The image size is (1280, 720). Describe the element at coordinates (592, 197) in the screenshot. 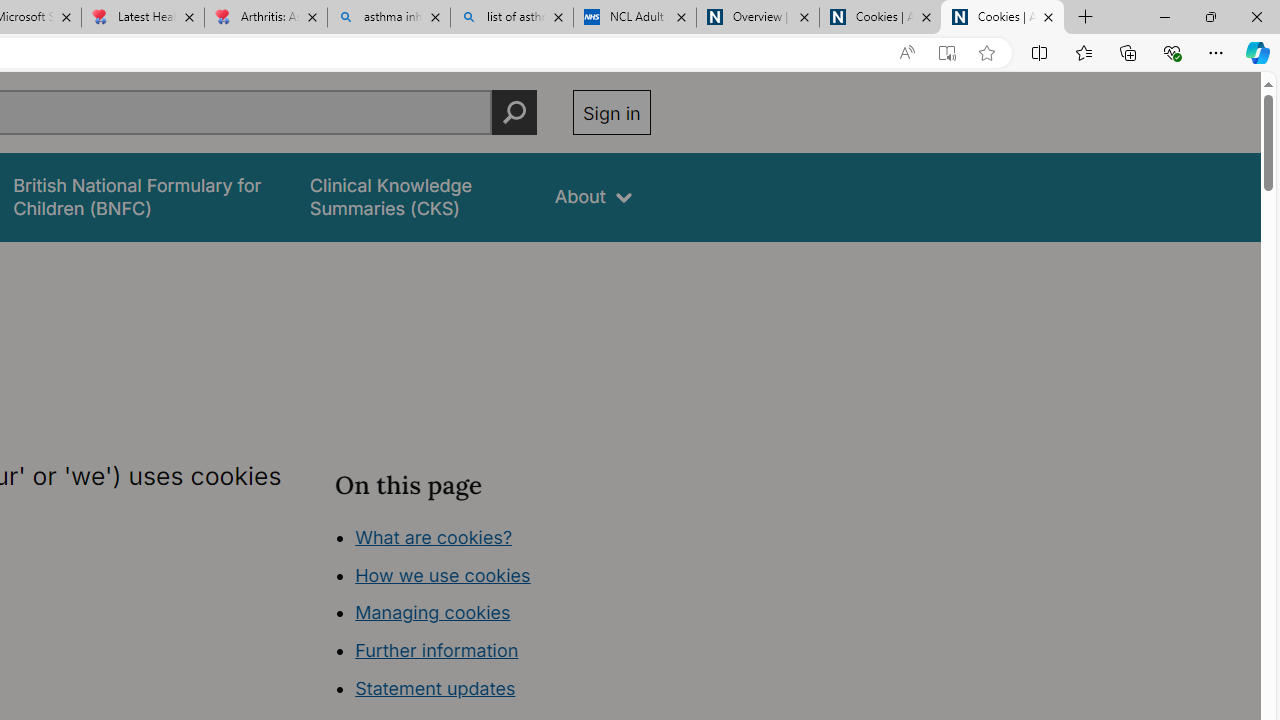

I see `'About'` at that location.